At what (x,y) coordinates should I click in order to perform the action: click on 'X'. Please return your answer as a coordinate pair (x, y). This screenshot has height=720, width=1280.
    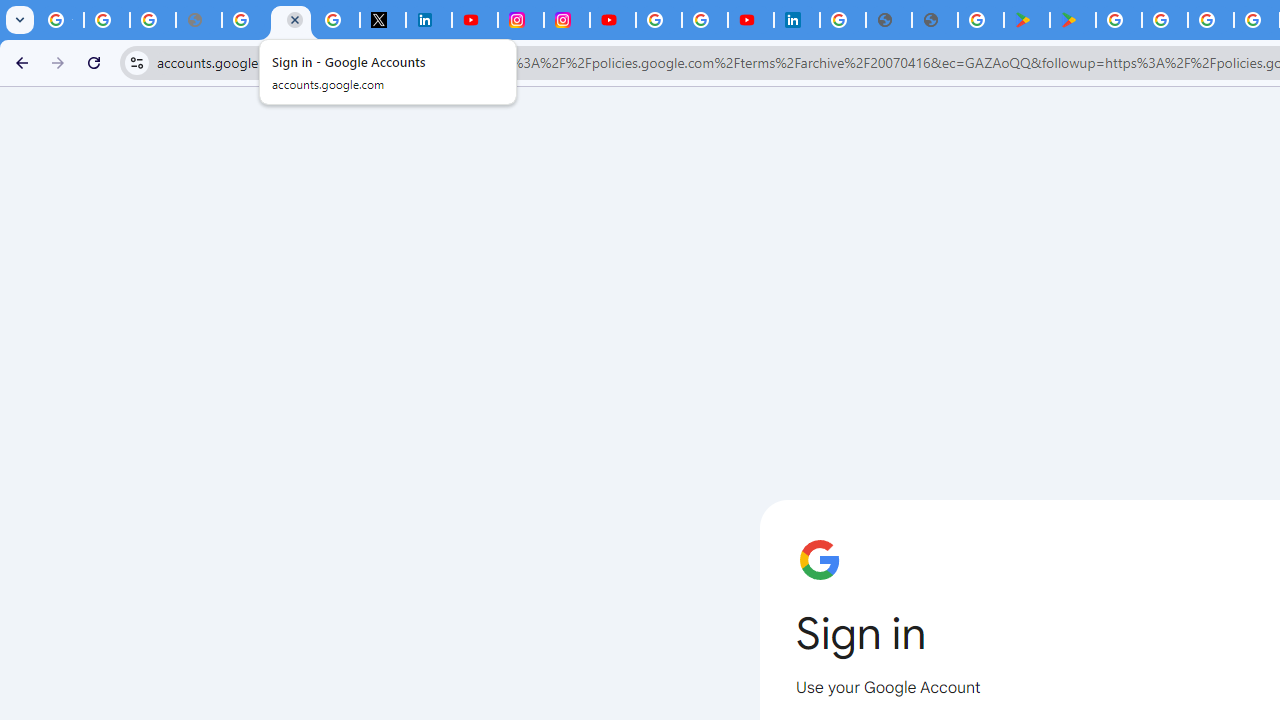
    Looking at the image, I should click on (382, 20).